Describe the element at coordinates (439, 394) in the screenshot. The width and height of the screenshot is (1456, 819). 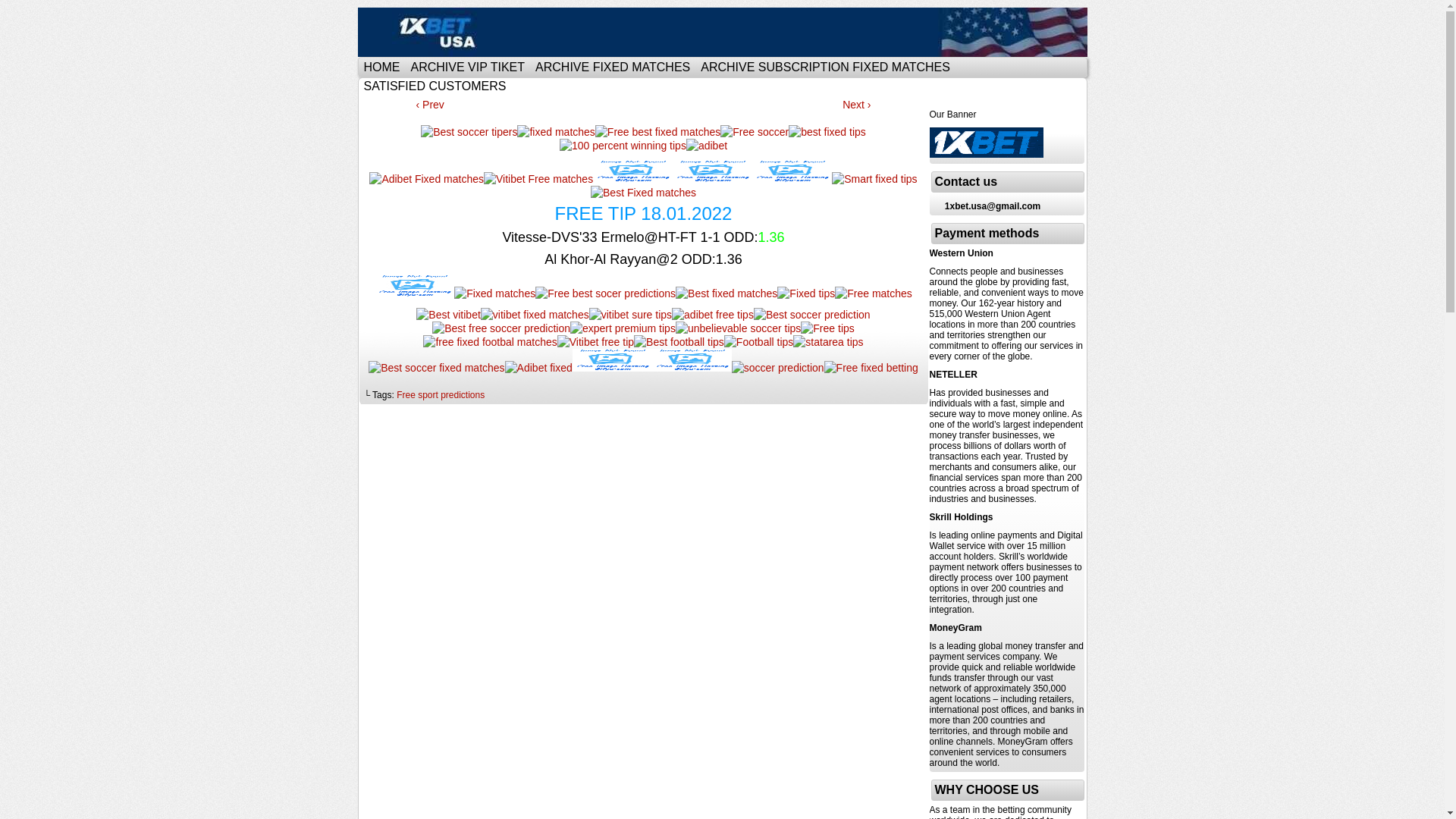
I see `'Free sport predictions'` at that location.